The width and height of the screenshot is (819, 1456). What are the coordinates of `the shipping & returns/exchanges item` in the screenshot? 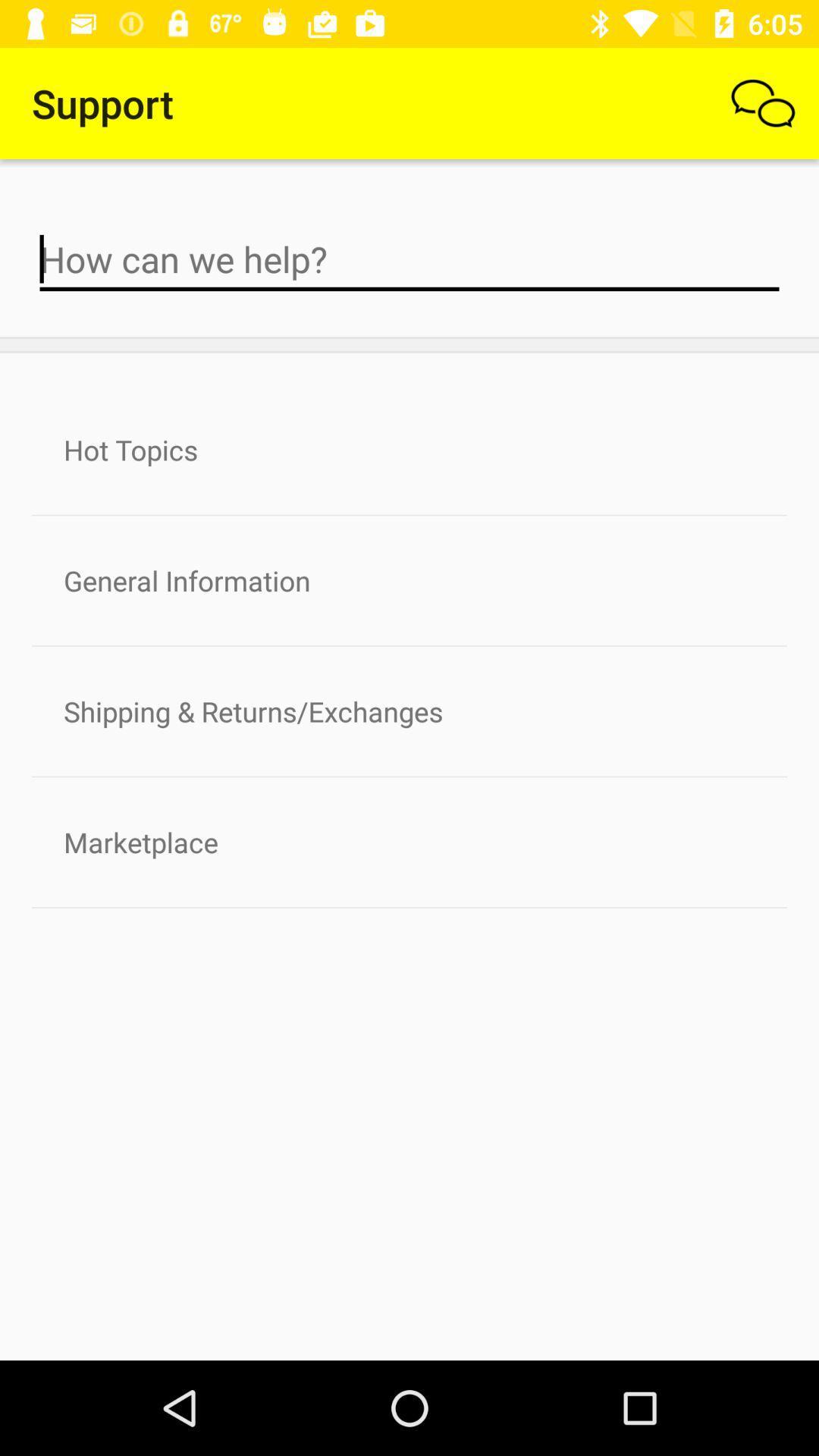 It's located at (409, 711).